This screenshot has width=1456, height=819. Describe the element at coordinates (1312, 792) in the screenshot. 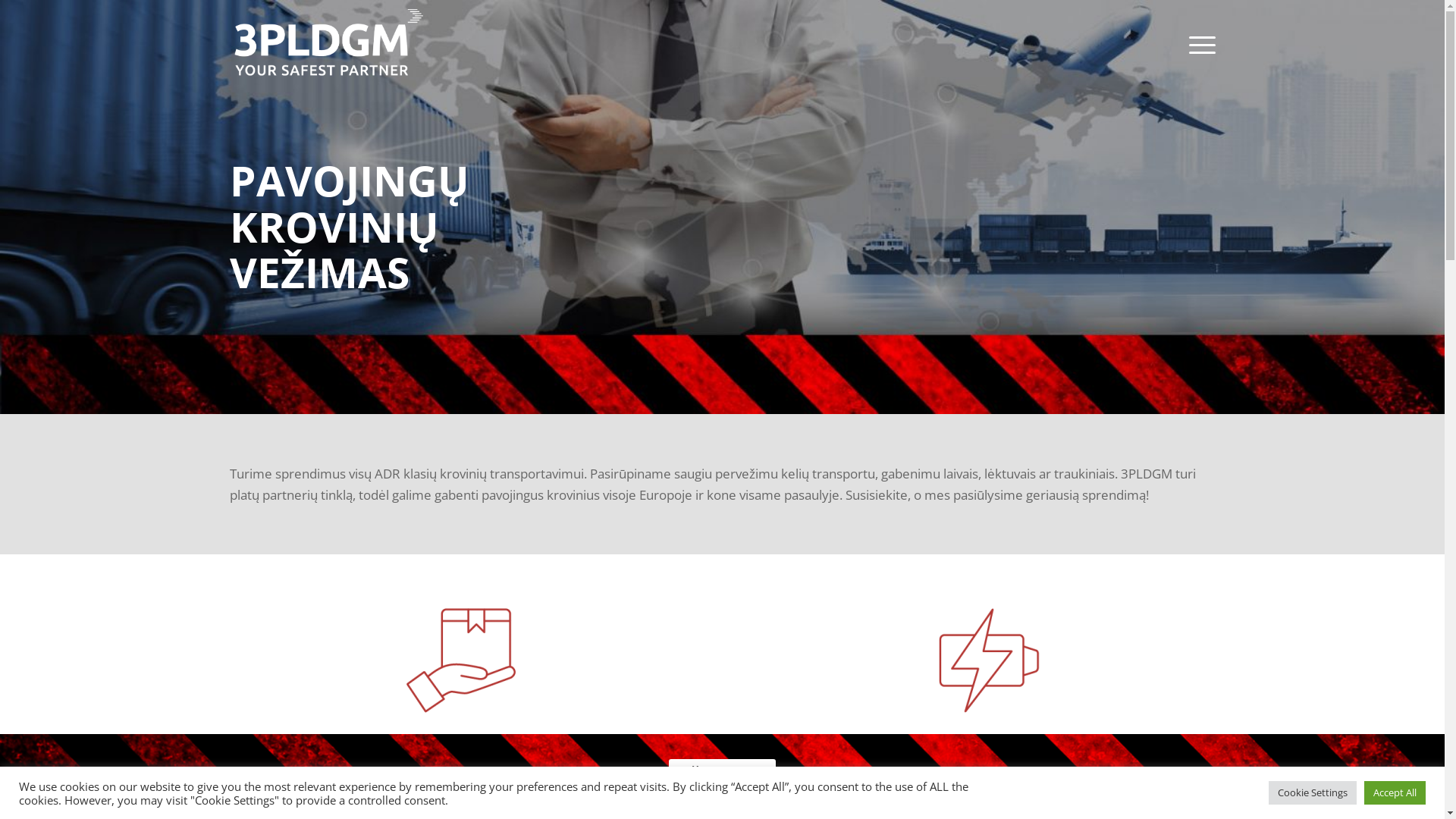

I see `'Cookie Settings'` at that location.